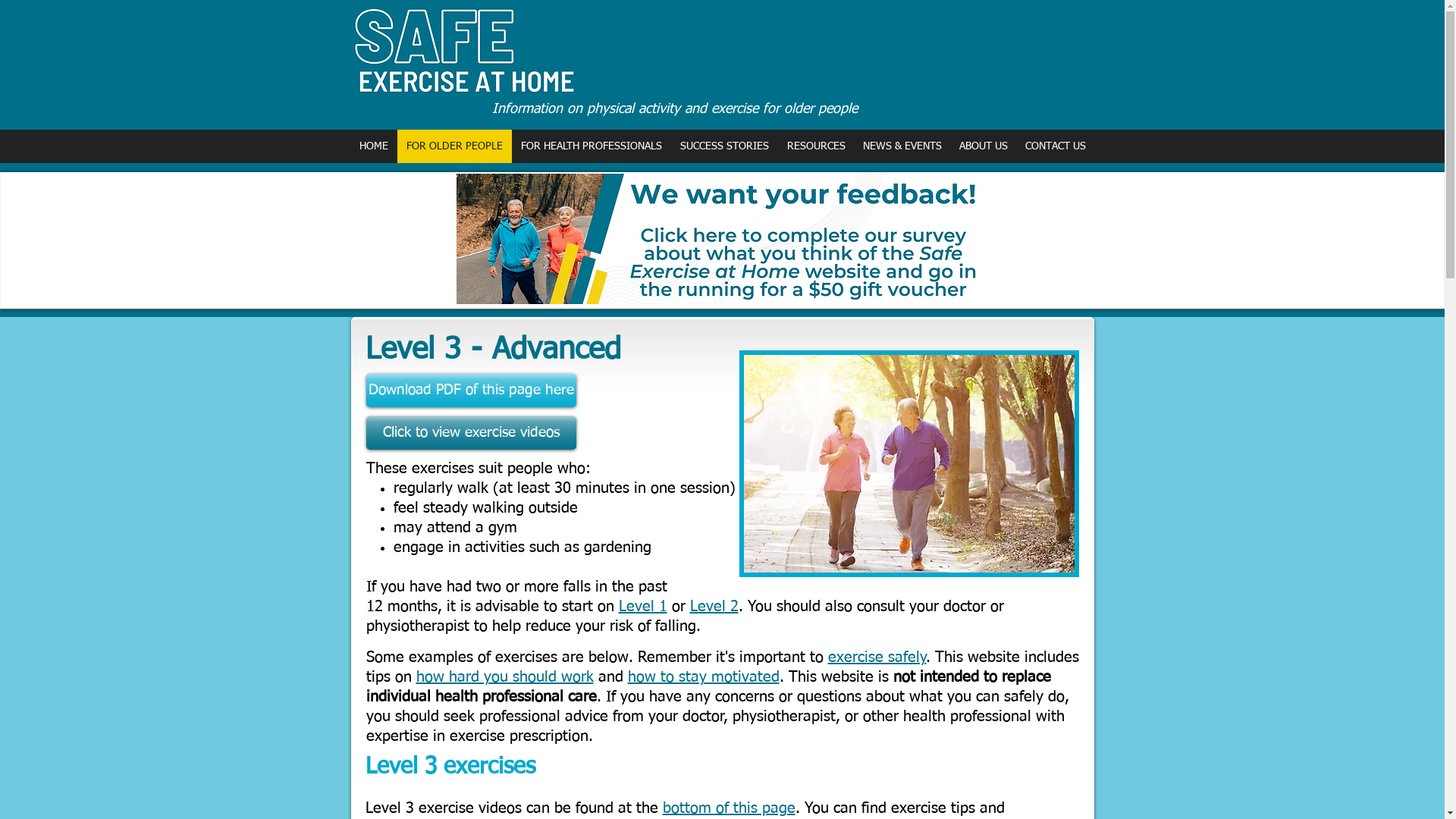  Describe the element at coordinates (373, 146) in the screenshot. I see `'HOME'` at that location.